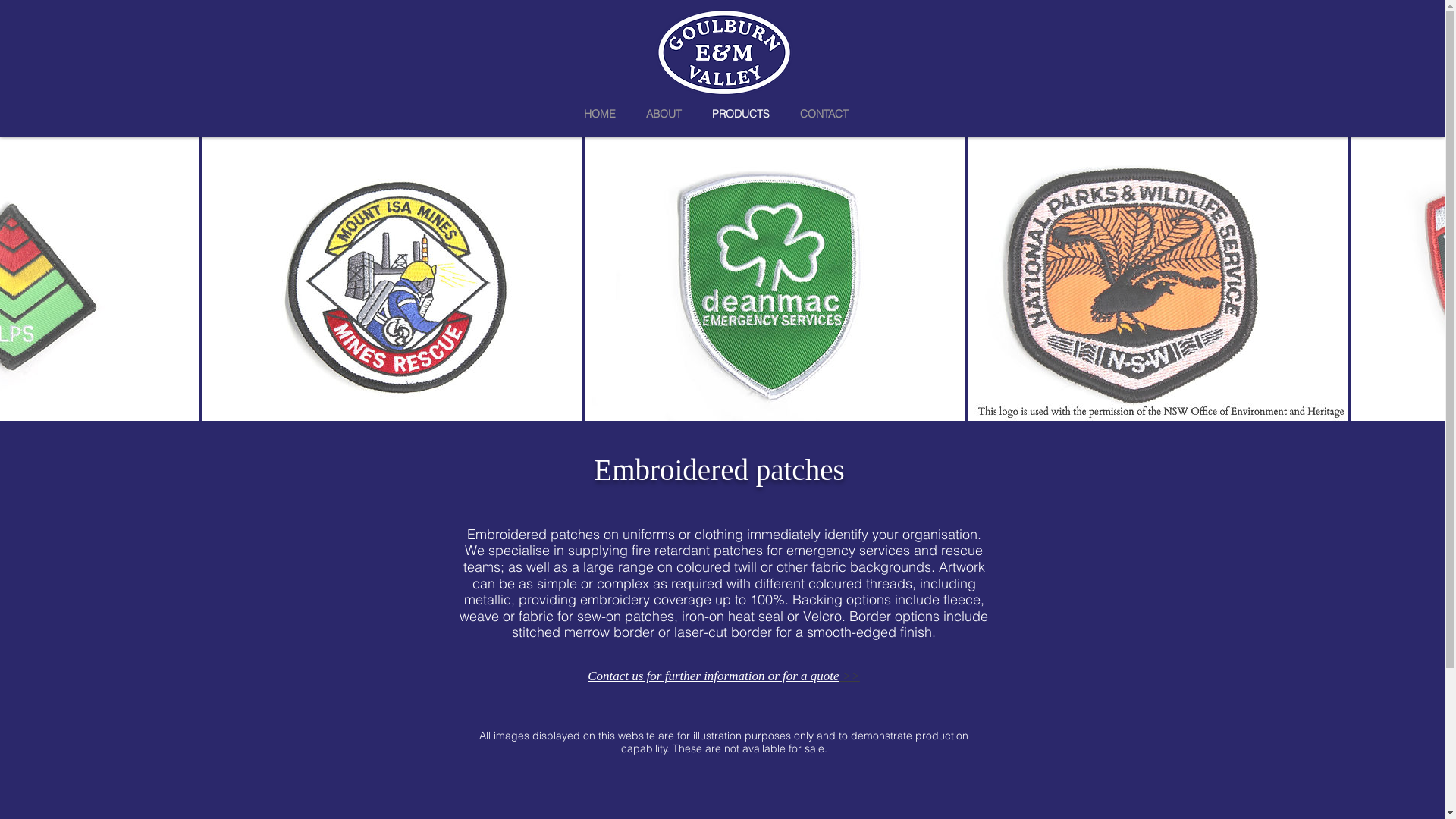 The width and height of the screenshot is (1456, 819). I want to click on 'PRODUCTS', so click(741, 111).